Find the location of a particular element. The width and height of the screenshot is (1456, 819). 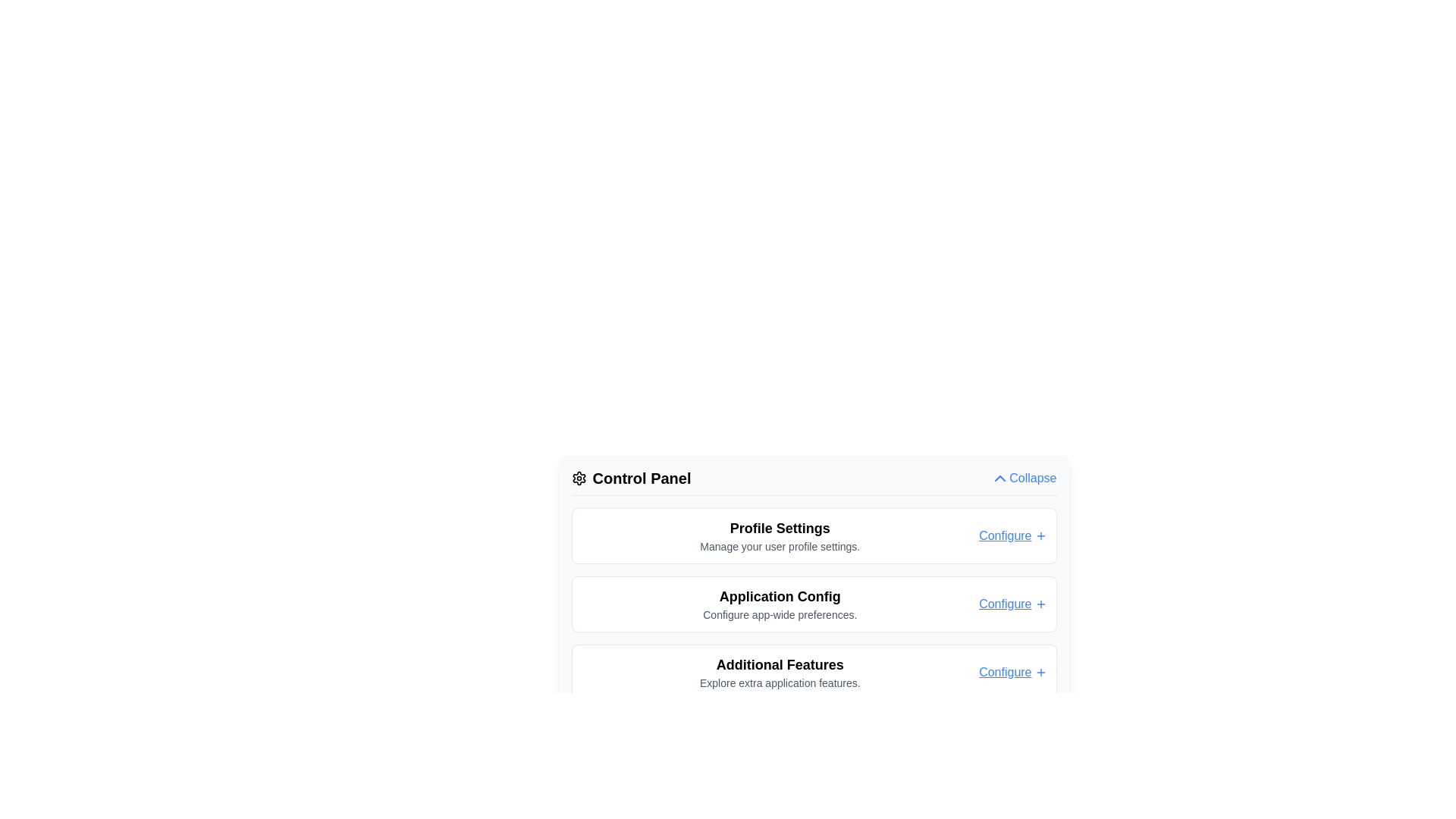

the 'Profile Settings' text label, which is a bold and important heading positioned above the descriptive text in the control panel is located at coordinates (780, 528).